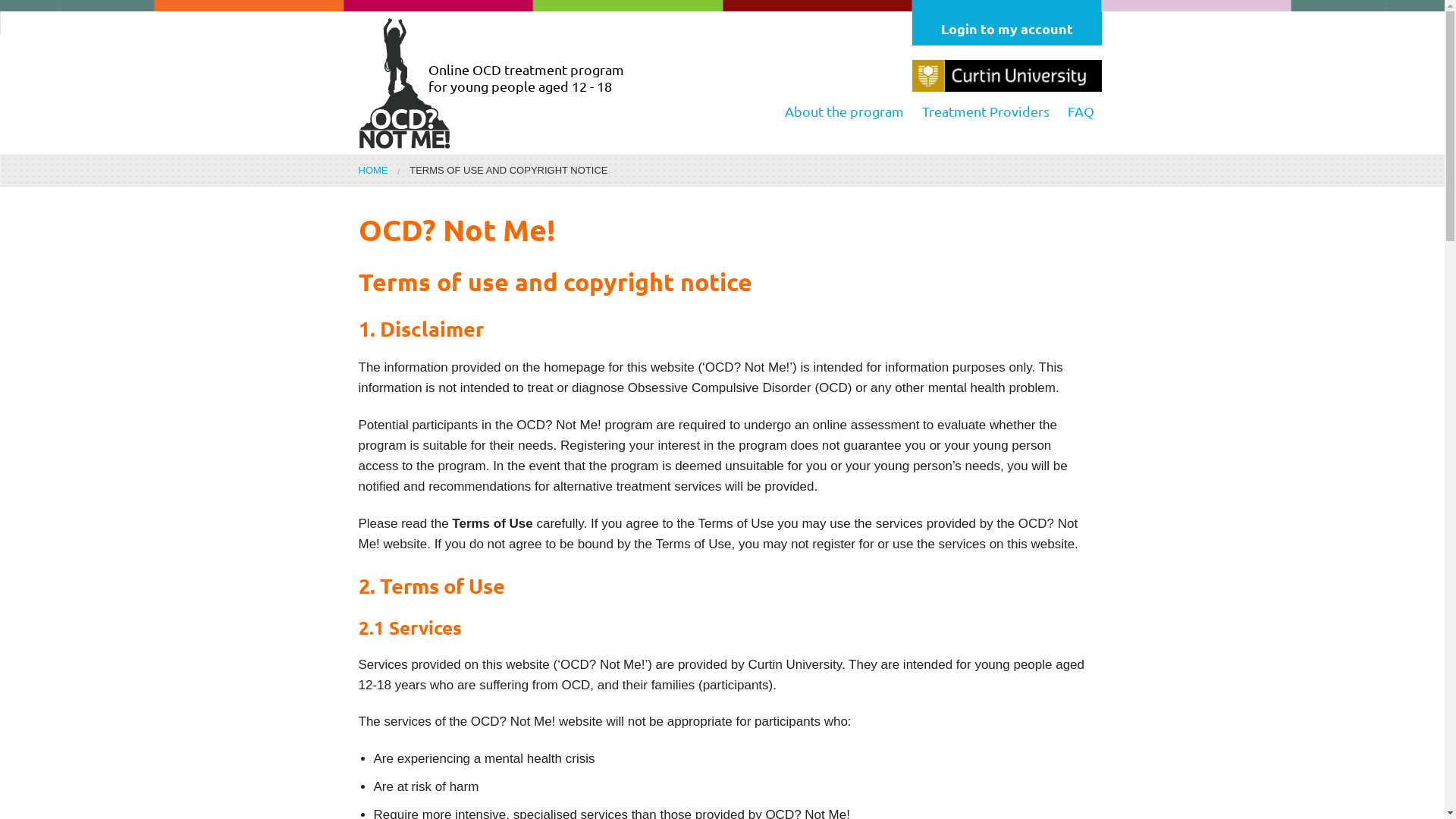 The image size is (1456, 819). Describe the element at coordinates (1080, 110) in the screenshot. I see `'FAQ'` at that location.